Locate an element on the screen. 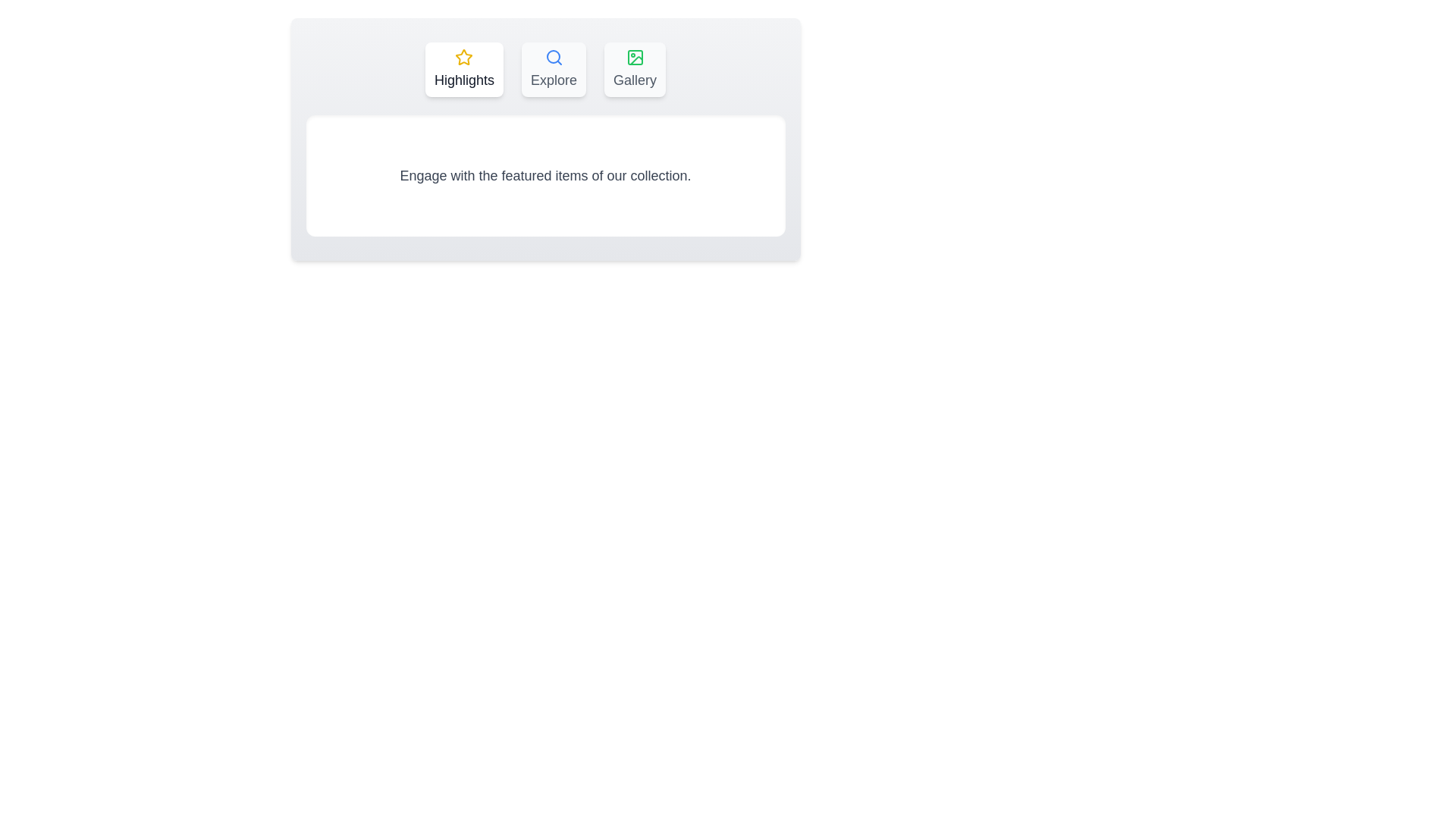  the tab labeled Highlights to observe the hover animation is located at coordinates (463, 70).